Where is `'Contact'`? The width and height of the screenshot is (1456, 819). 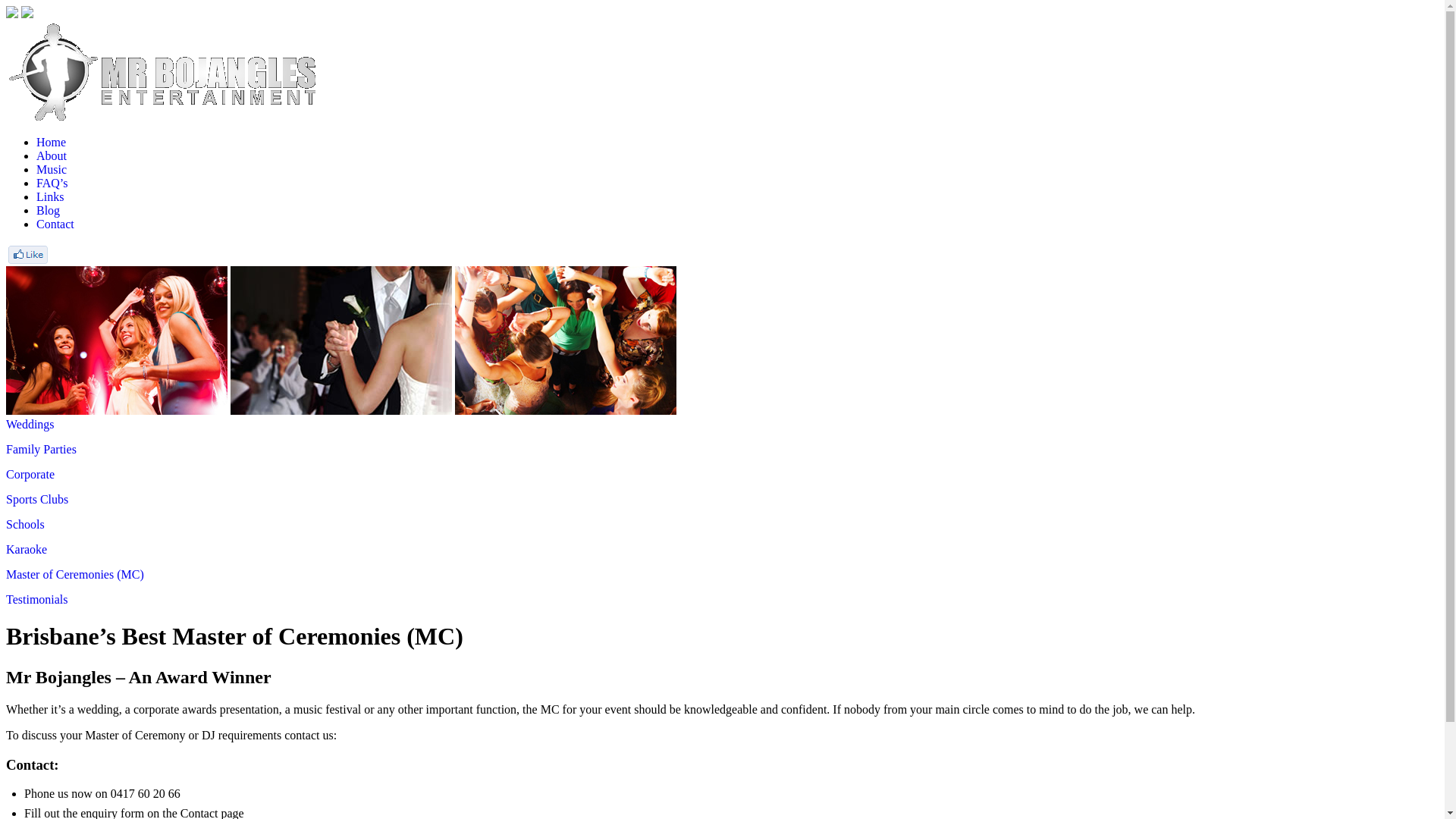 'Contact' is located at coordinates (55, 224).